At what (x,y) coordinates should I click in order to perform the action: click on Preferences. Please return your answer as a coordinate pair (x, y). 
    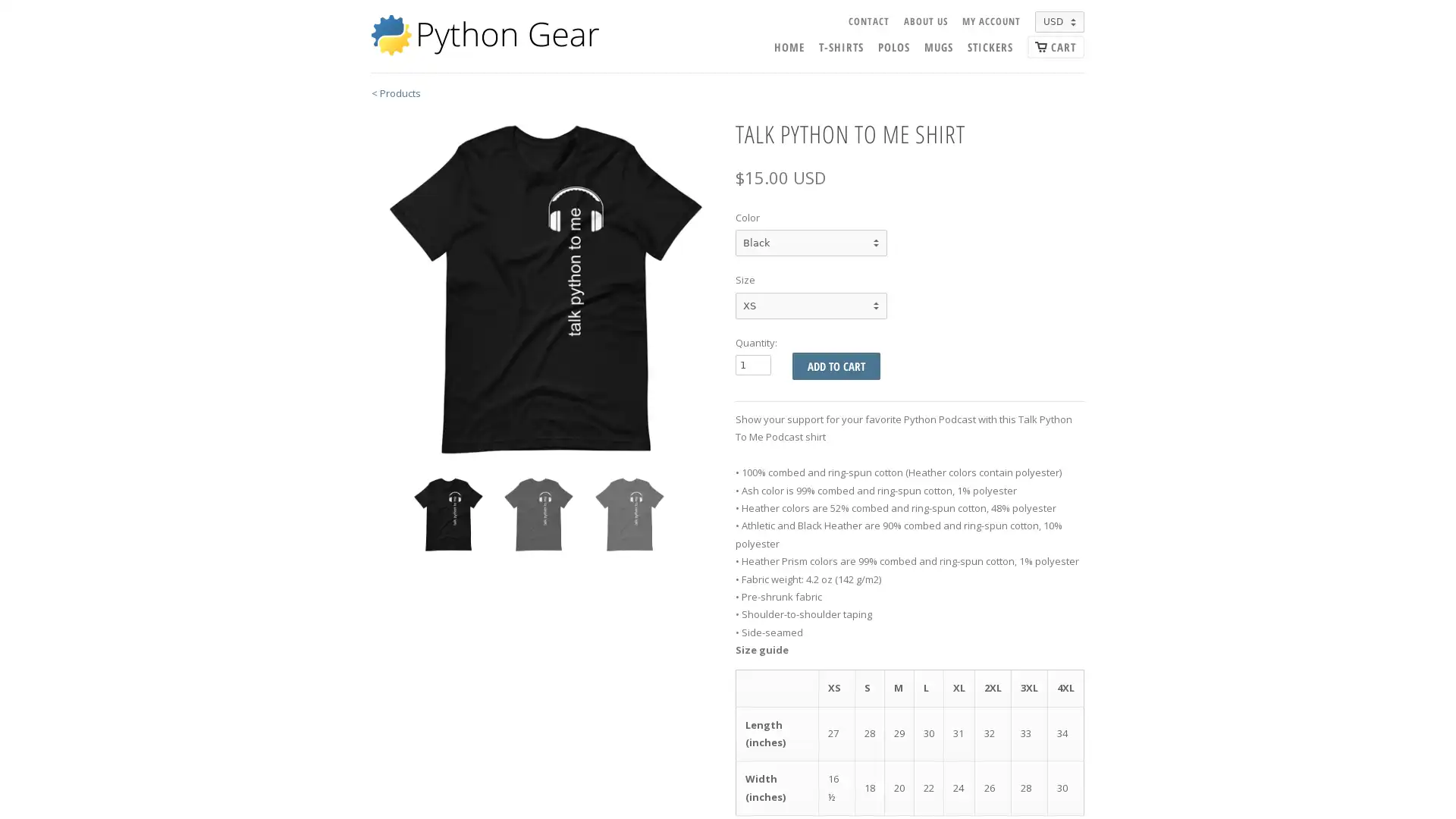
    Looking at the image, I should click on (1284, 792).